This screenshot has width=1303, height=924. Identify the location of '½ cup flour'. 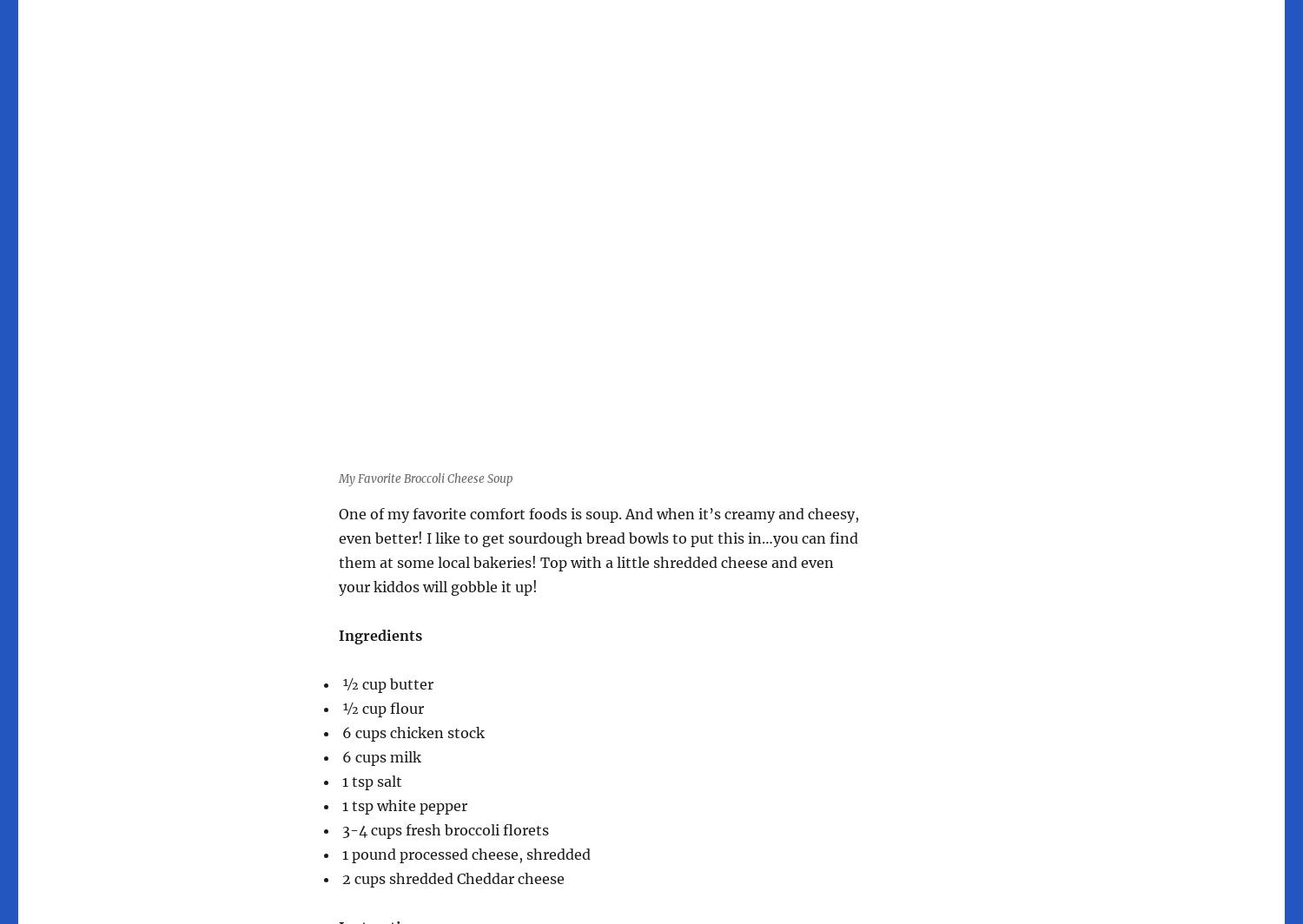
(339, 708).